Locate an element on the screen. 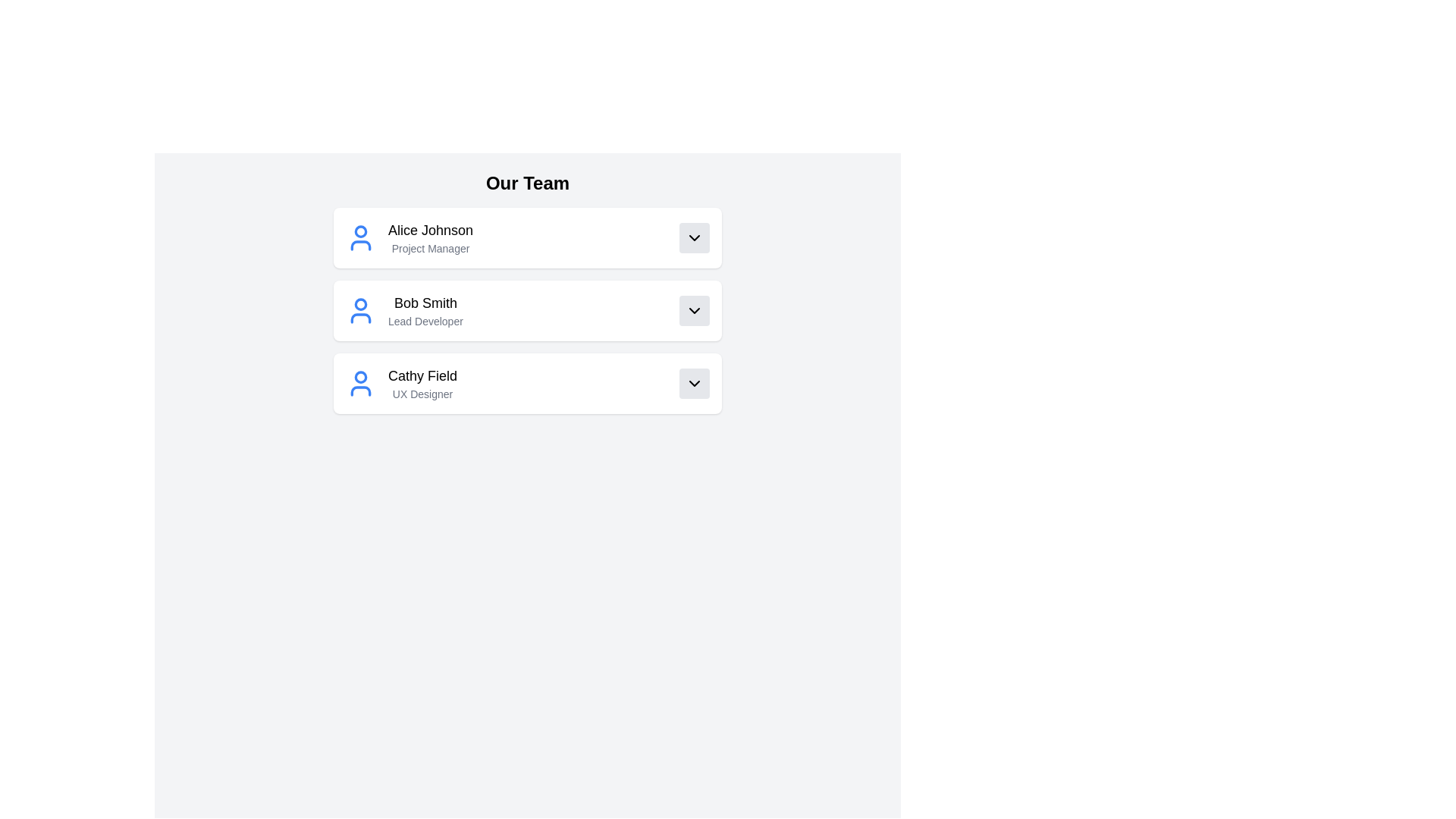 The width and height of the screenshot is (1456, 819). the Text Label indicating the job title of 'Alice Johnson' in the first card of the 'Our Team' section, located directly below the name is located at coordinates (430, 247).